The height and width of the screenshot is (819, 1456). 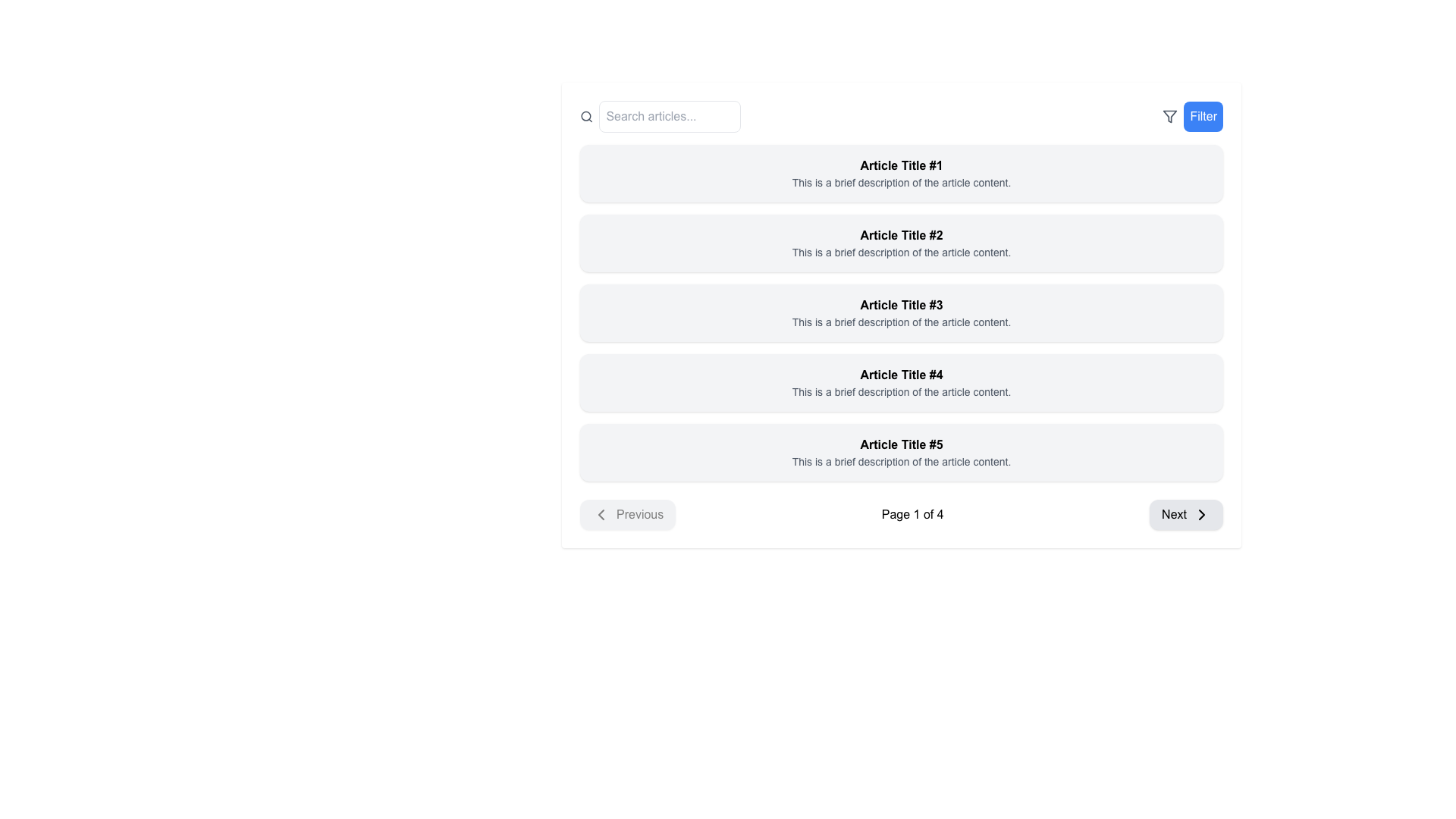 What do you see at coordinates (902, 251) in the screenshot?
I see `text content of the descriptive snippet located in the second card, immediately below the bolded title 'Article Title #2'` at bounding box center [902, 251].